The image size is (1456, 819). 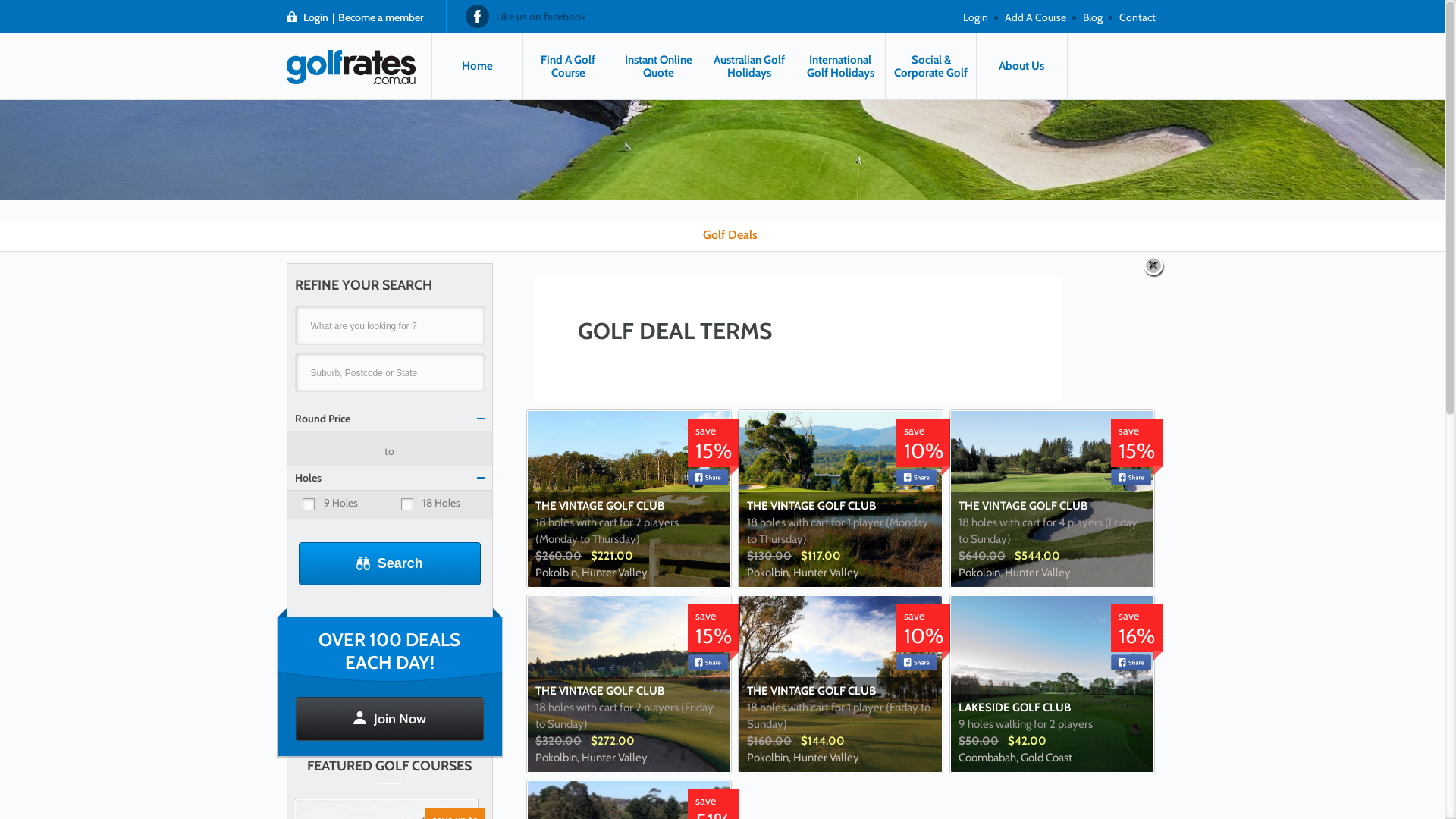 I want to click on 'save, so click(x=1110, y=446).